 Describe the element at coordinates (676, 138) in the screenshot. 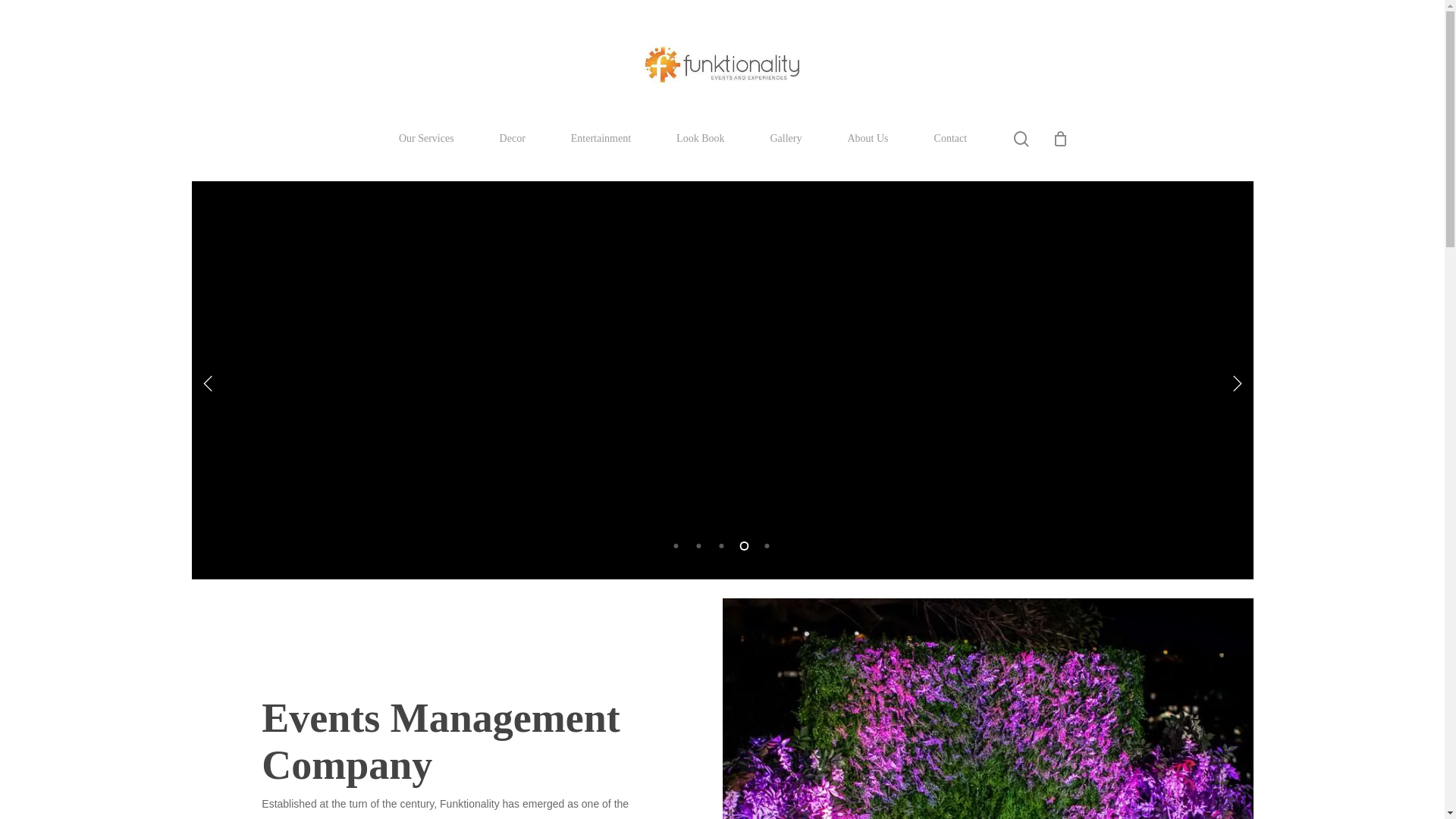

I see `'Look Book'` at that location.